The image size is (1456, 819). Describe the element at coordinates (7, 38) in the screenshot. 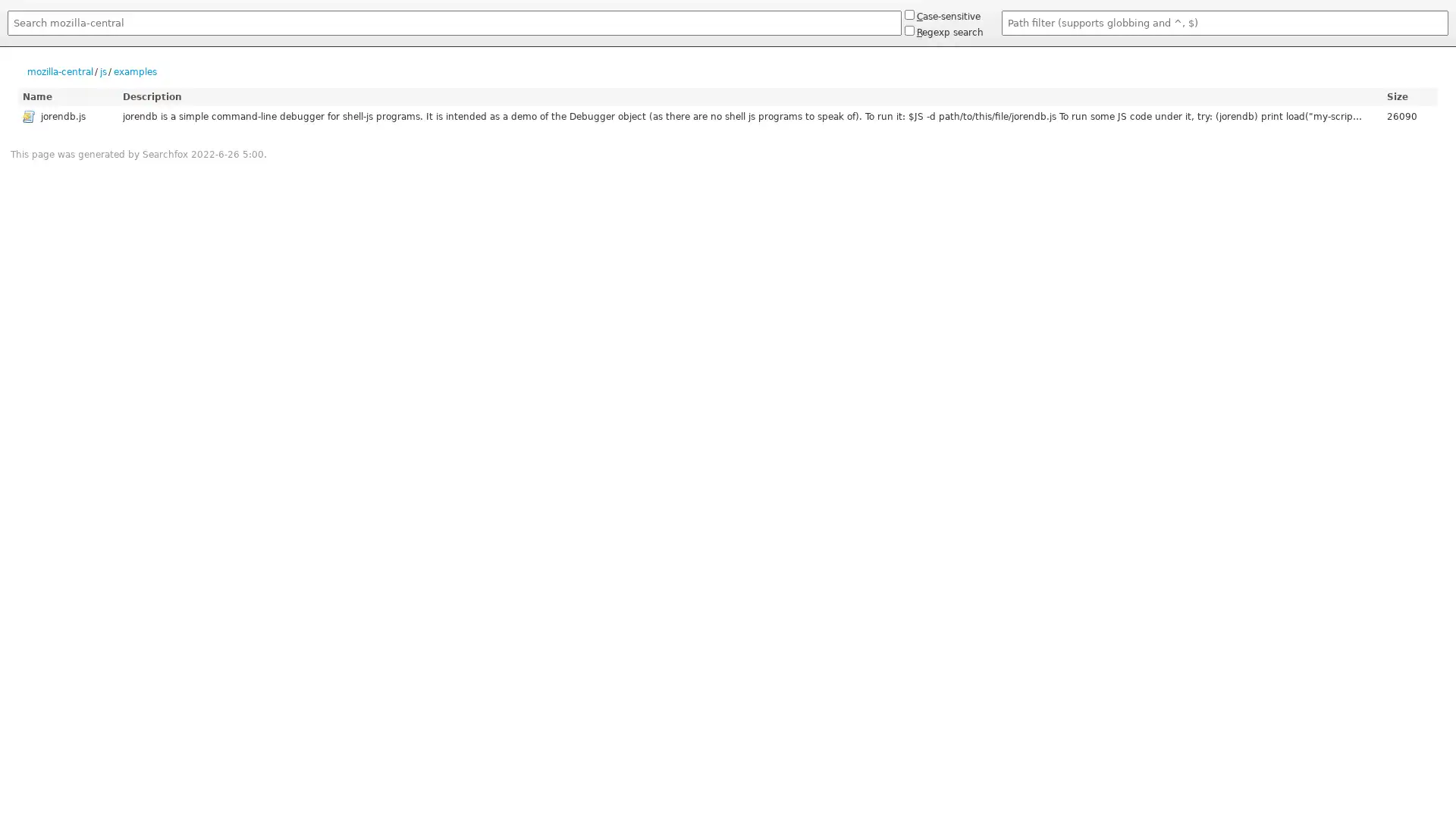

I see `Search` at that location.